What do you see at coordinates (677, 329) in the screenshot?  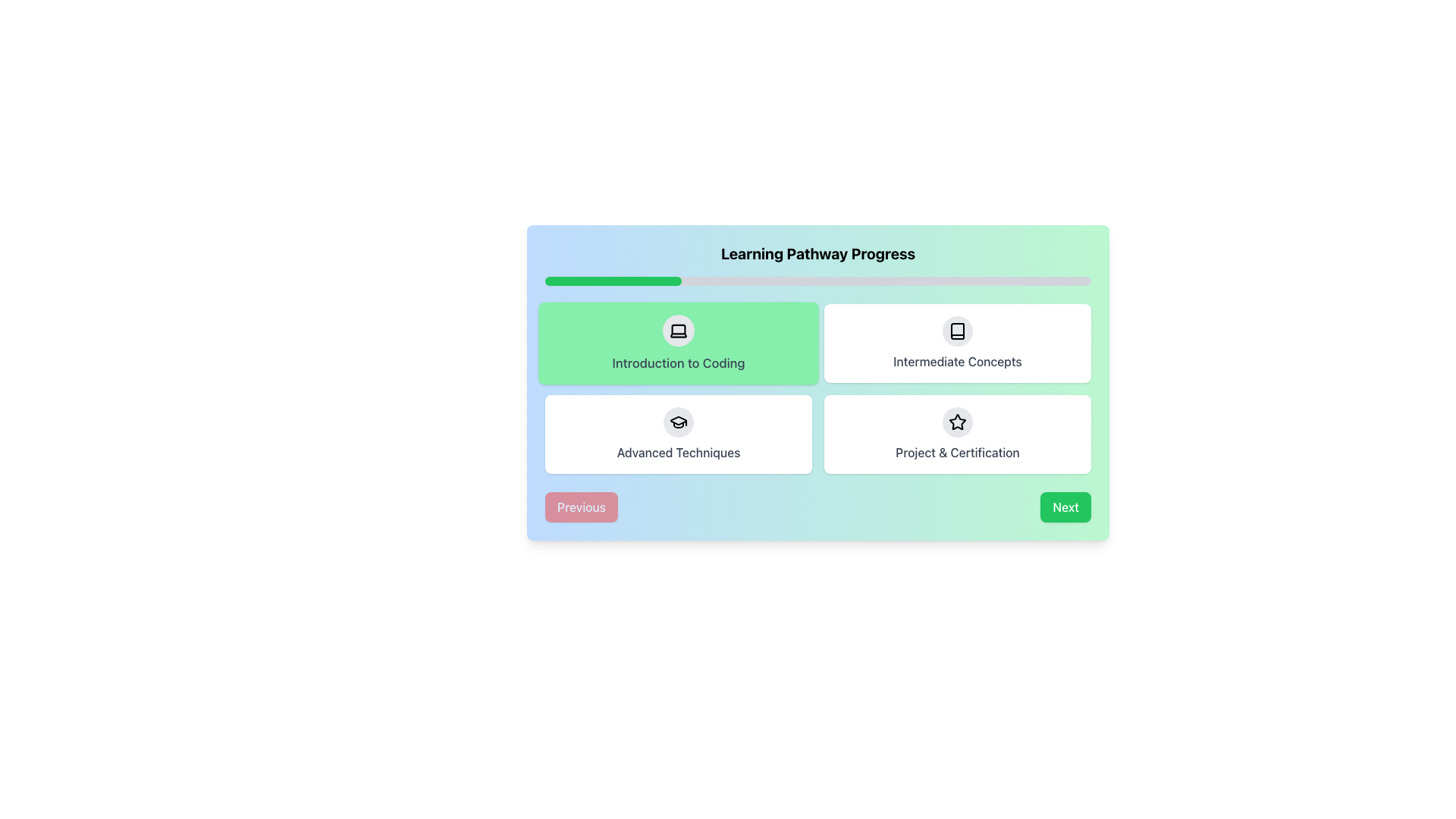 I see `the graphical laptop icon in the green-labeled 'Introduction to Coding' button located in the top-left corner of a four-item grid` at bounding box center [677, 329].